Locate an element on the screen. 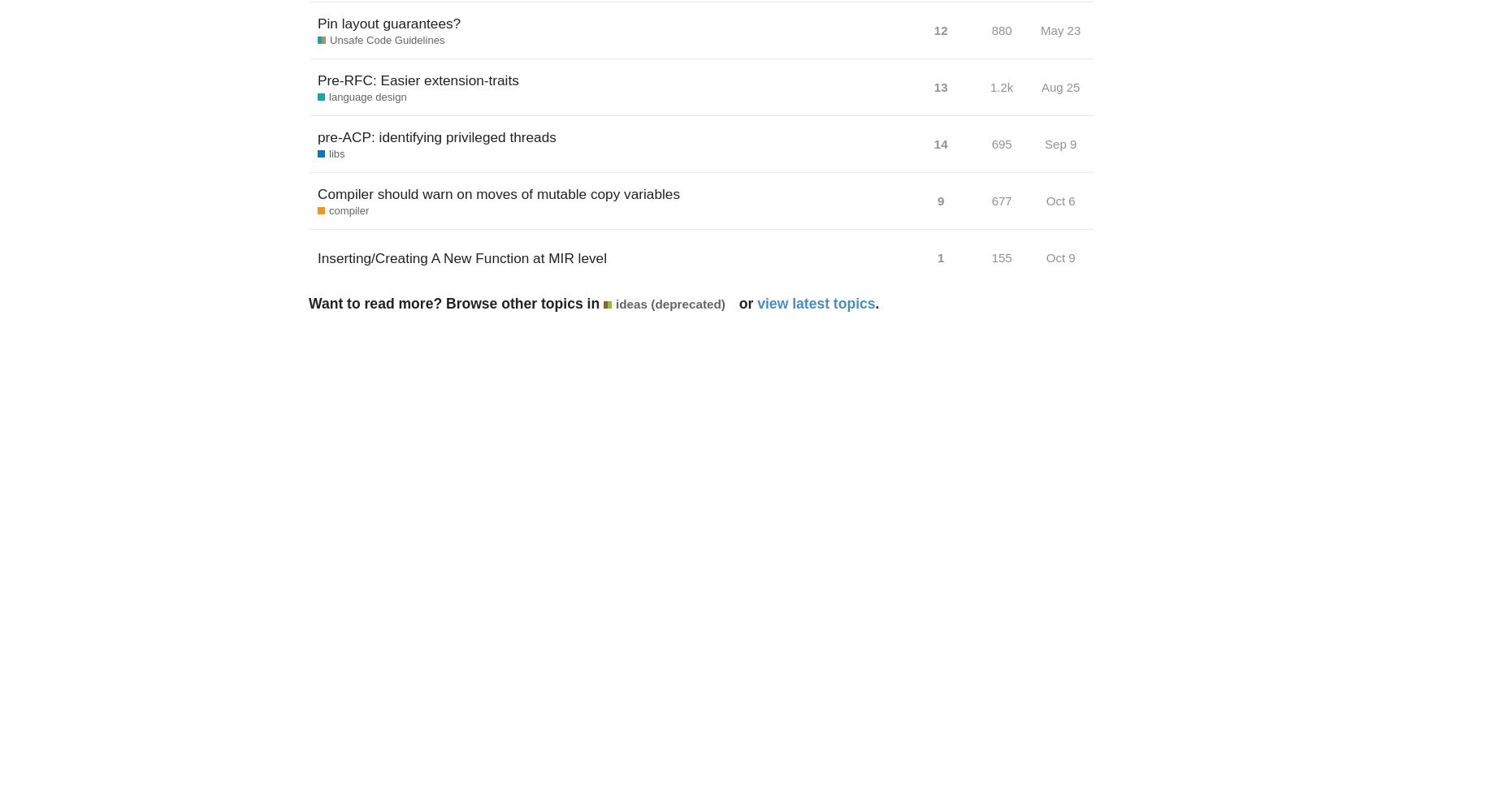 The width and height of the screenshot is (1503, 812). 'Oct 9' is located at coordinates (1059, 257).